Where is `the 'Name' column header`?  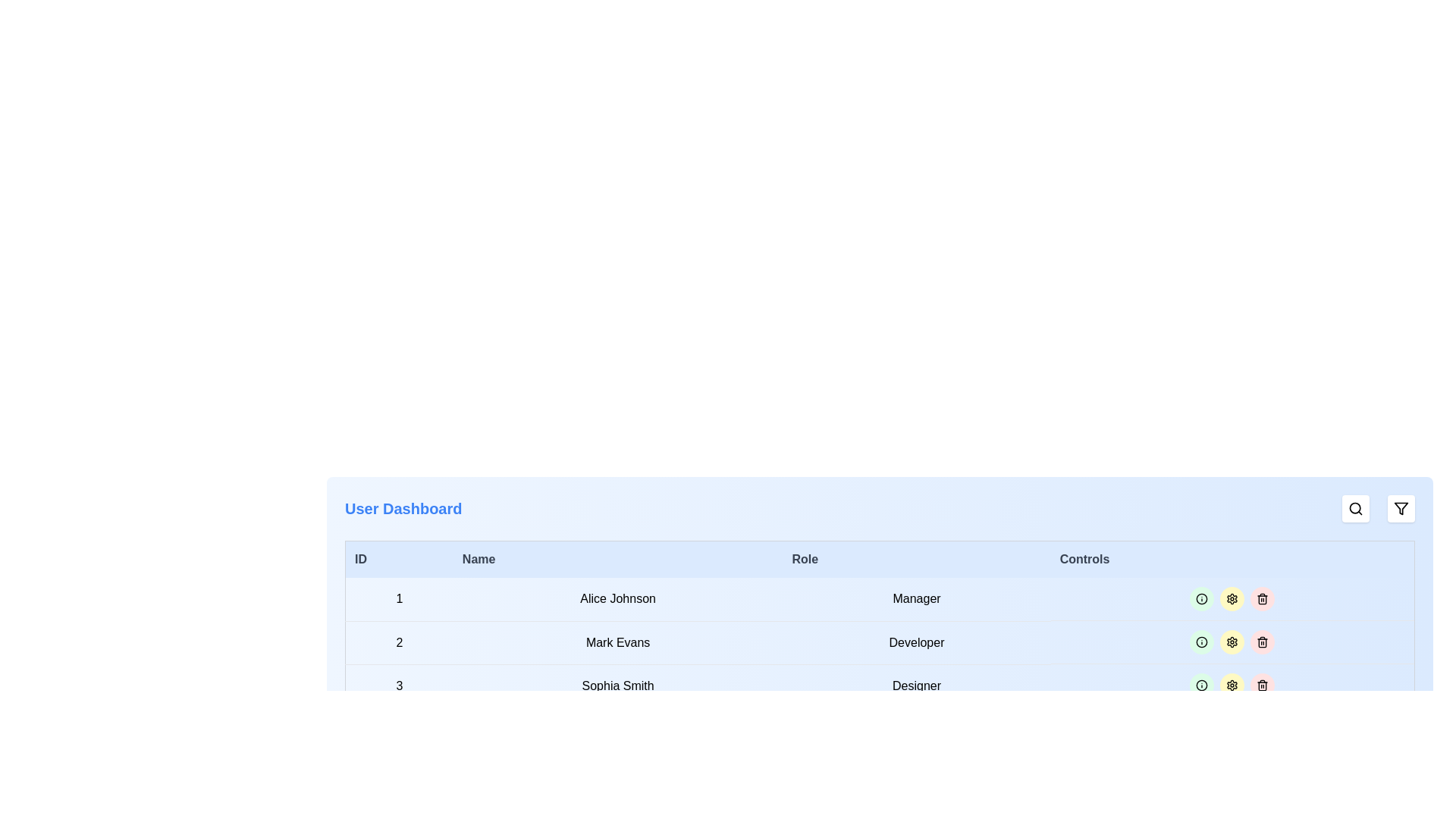
the 'Name' column header is located at coordinates (618, 559).